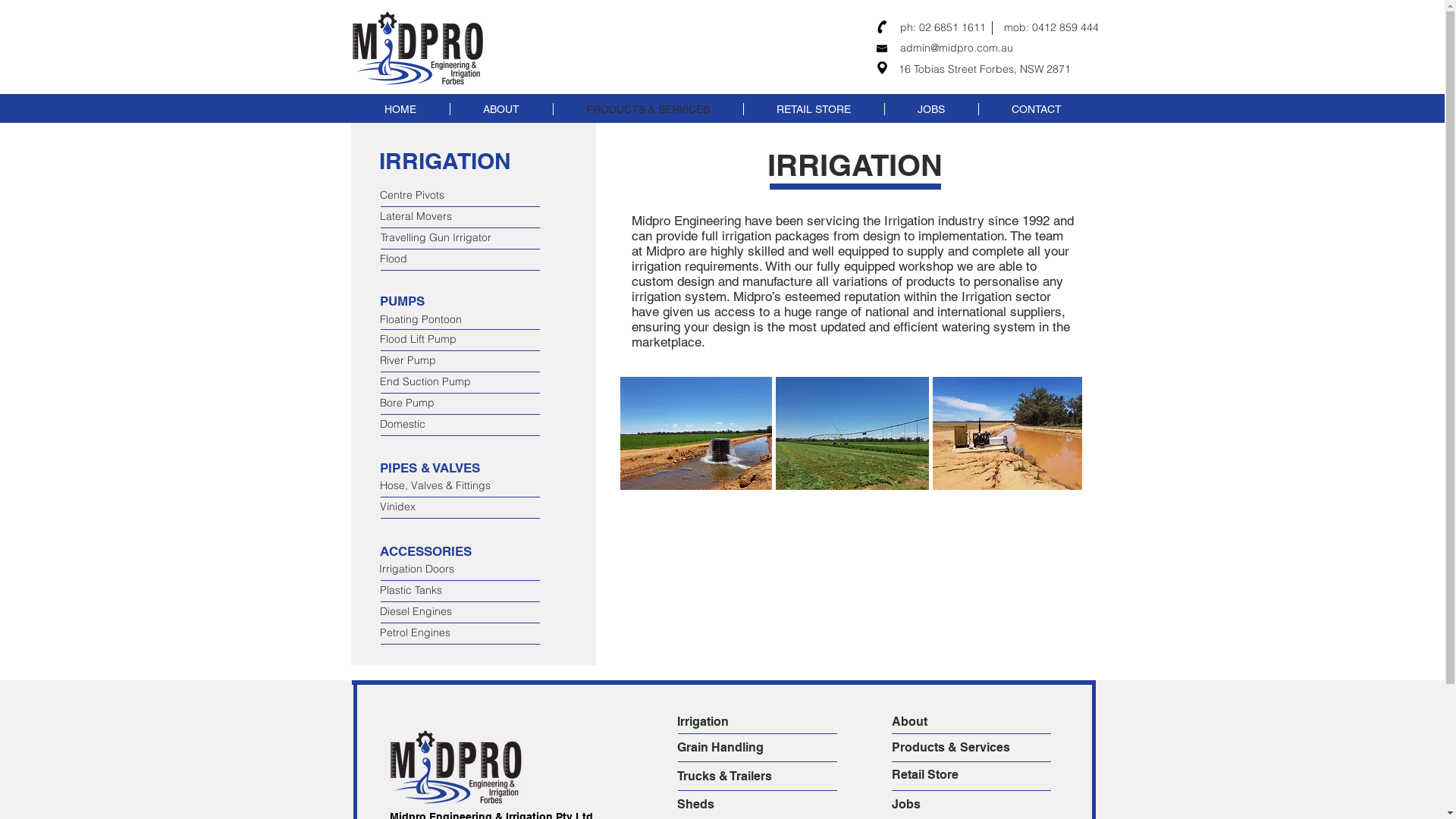  I want to click on 'Floating Pontoon', so click(378, 319).